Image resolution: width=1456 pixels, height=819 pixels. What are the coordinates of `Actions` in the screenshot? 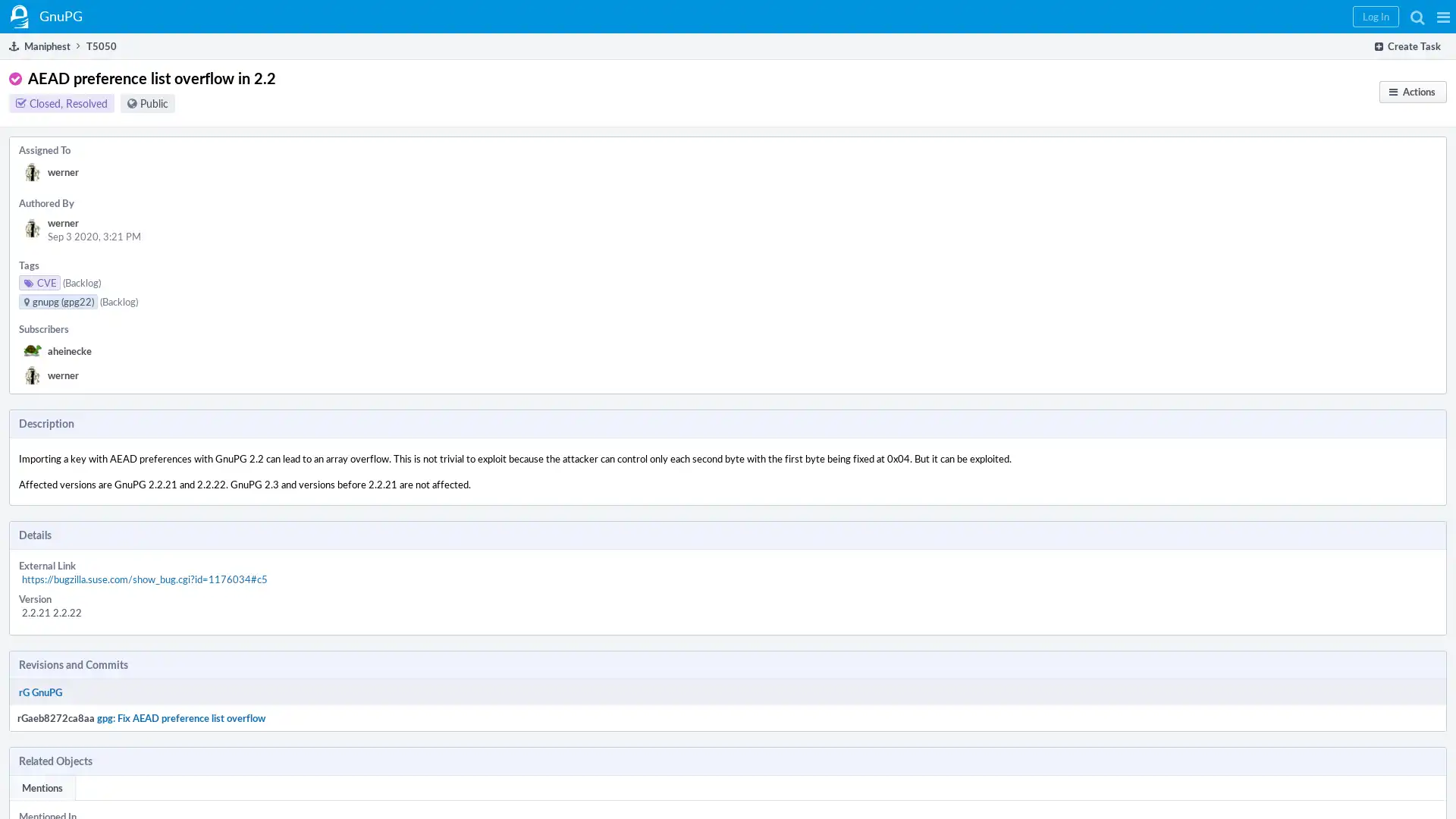 It's located at (1412, 91).